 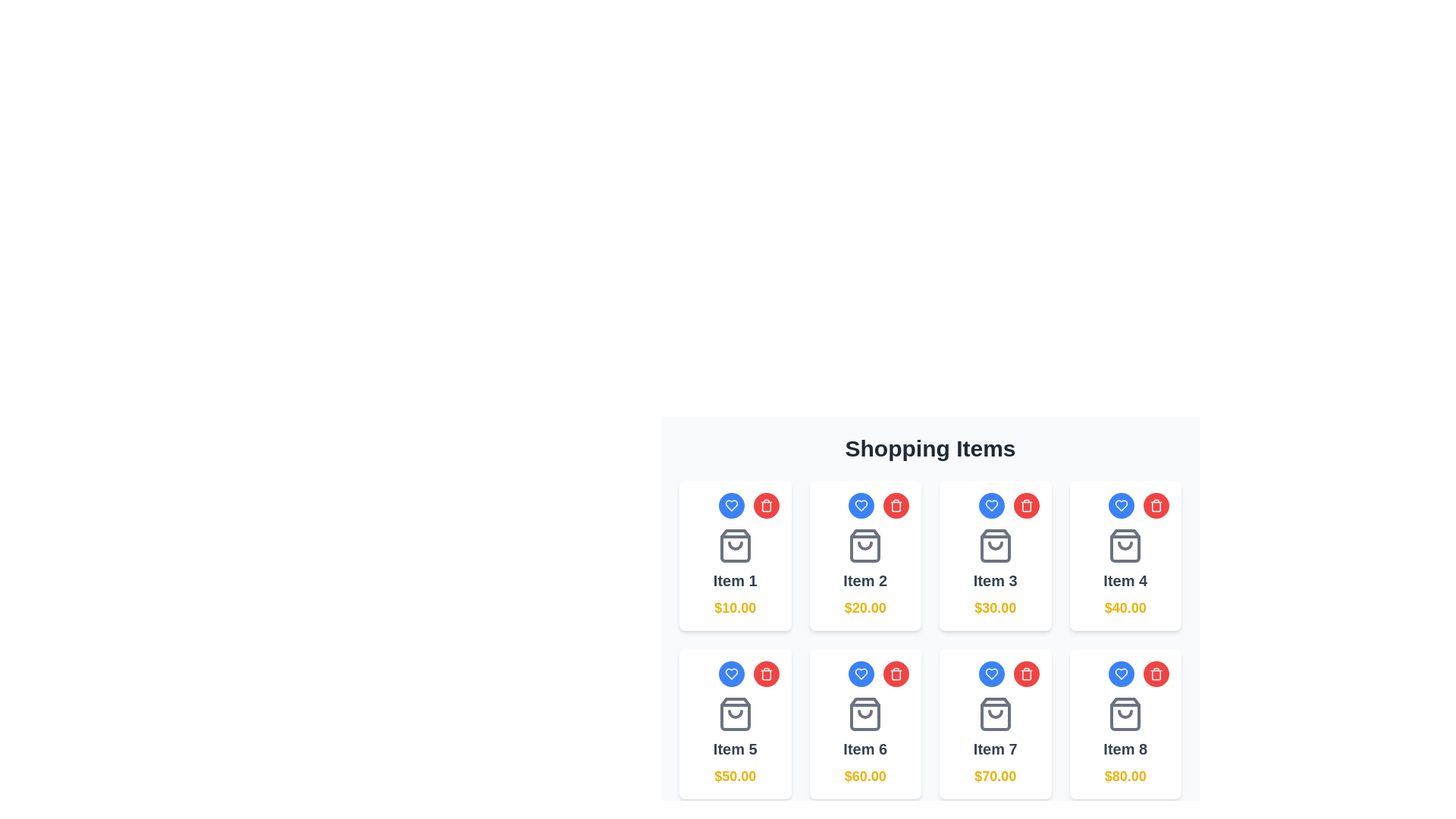 What do you see at coordinates (735, 748) in the screenshot?
I see `the Text Label that identifies the specific item in the shopping grid, located in the second row and first column of the grid layout` at bounding box center [735, 748].